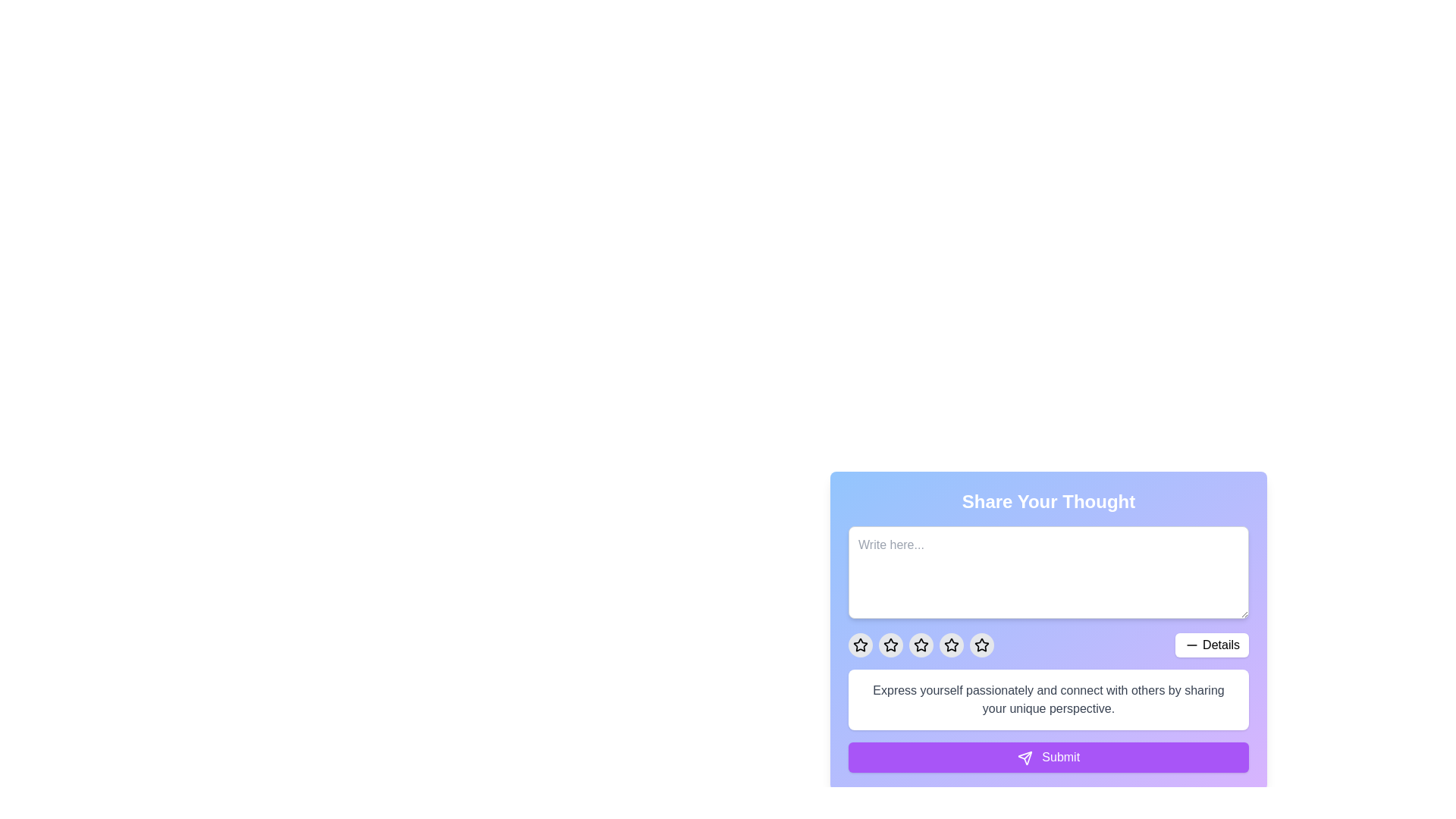  What do you see at coordinates (982, 645) in the screenshot?
I see `the fifth star icon in the horizontal row of rating stars, which is styled with a hollow interior and a bold stroke` at bounding box center [982, 645].